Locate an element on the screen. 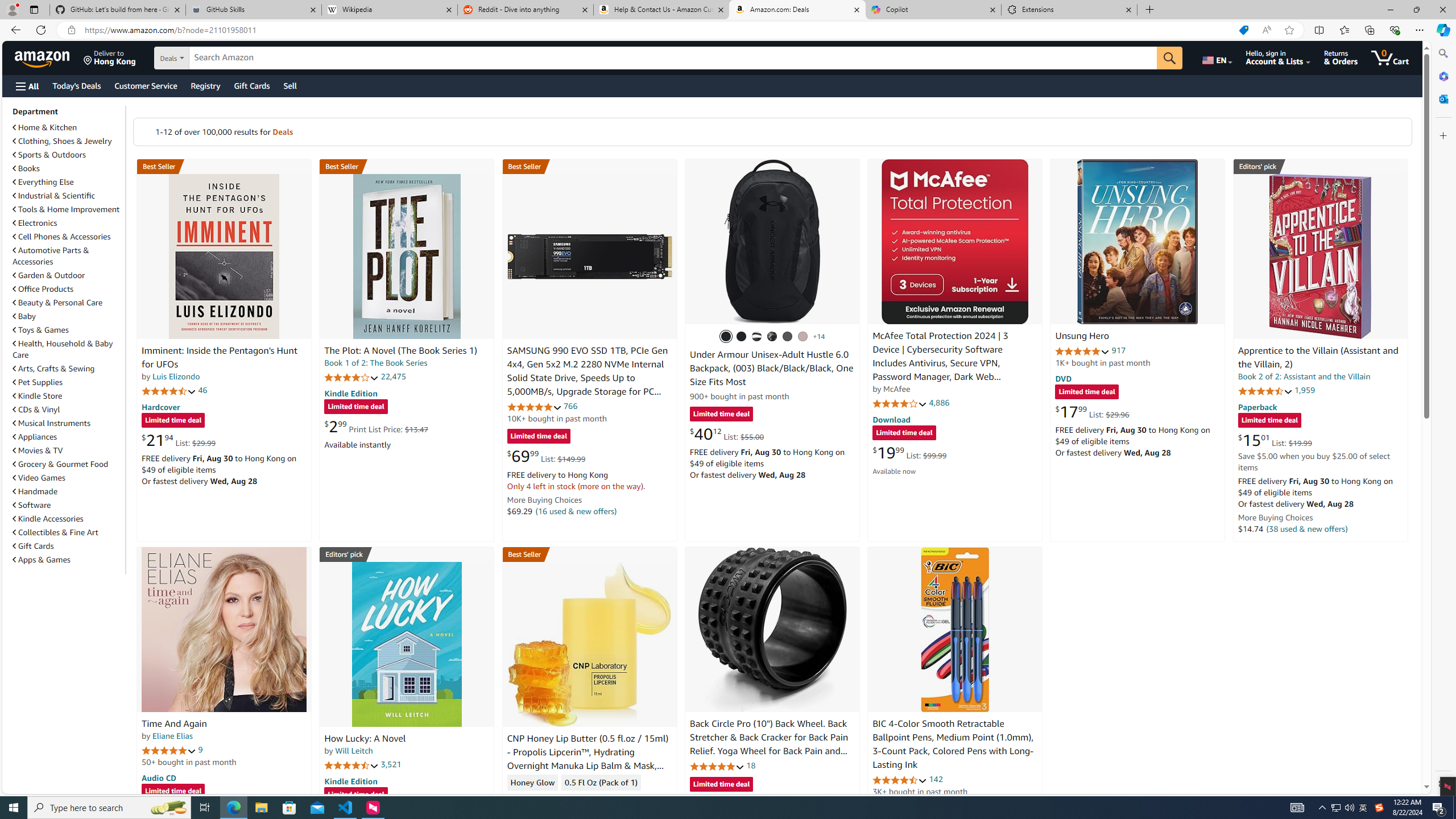  '9' is located at coordinates (200, 749).